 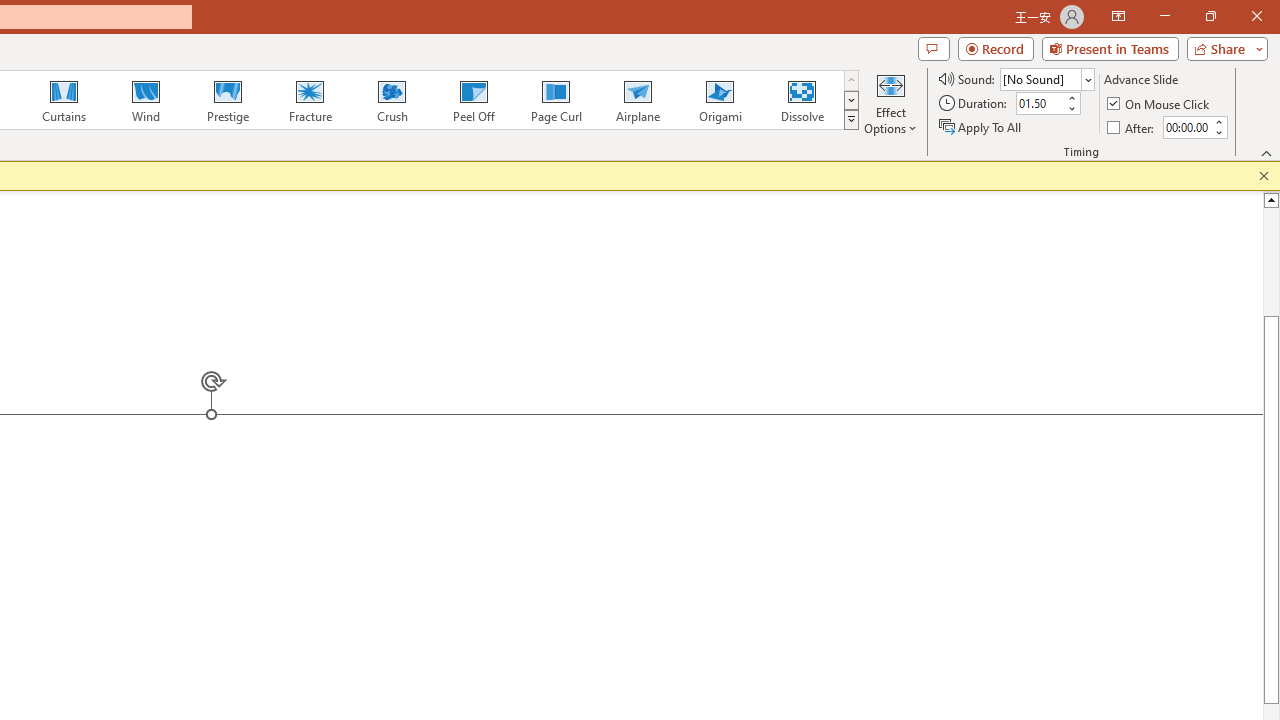 What do you see at coordinates (227, 100) in the screenshot?
I see `'Prestige'` at bounding box center [227, 100].